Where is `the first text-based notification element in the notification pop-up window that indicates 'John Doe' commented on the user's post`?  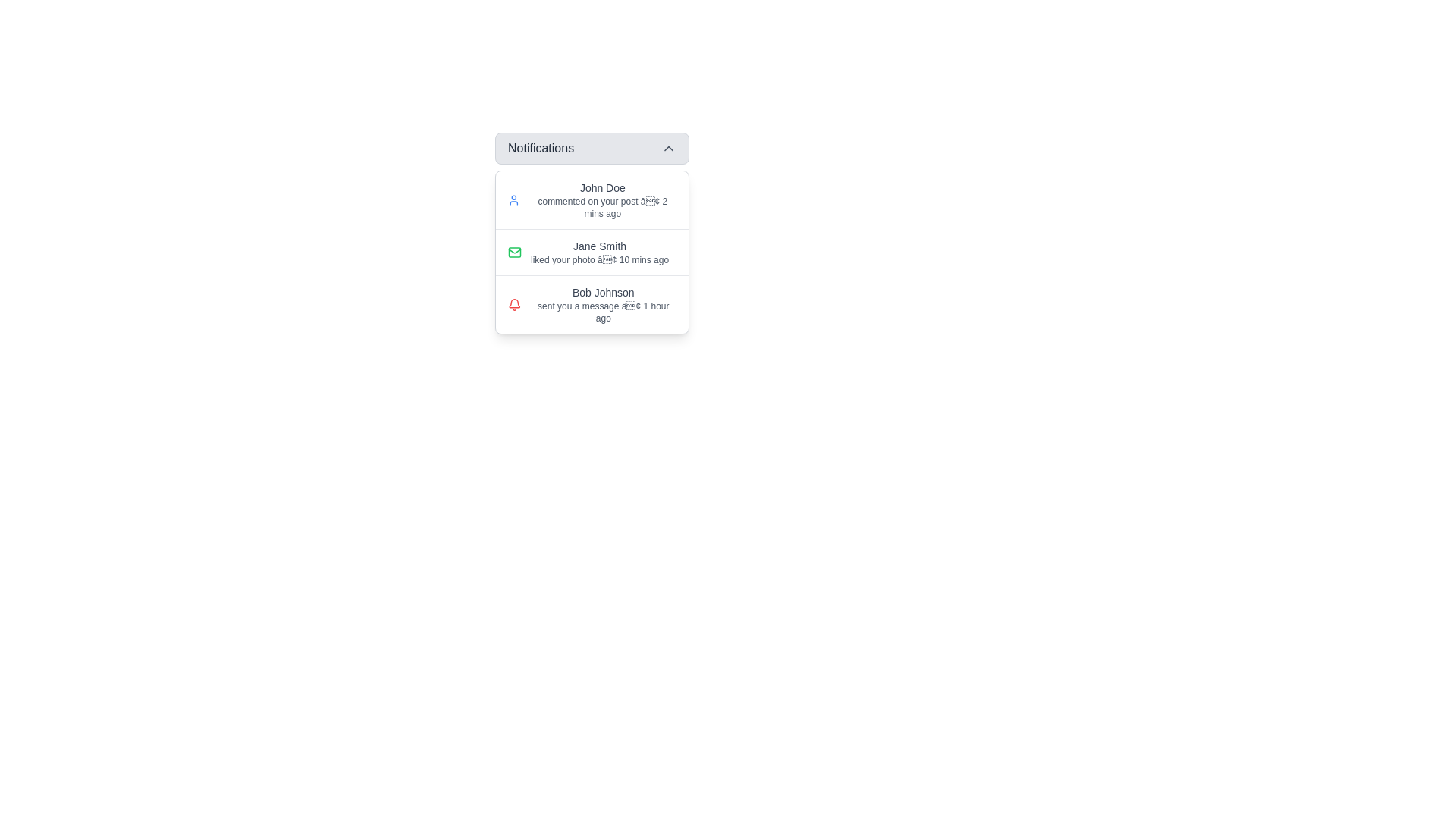
the first text-based notification element in the notification pop-up window that indicates 'John Doe' commented on the user's post is located at coordinates (601, 199).